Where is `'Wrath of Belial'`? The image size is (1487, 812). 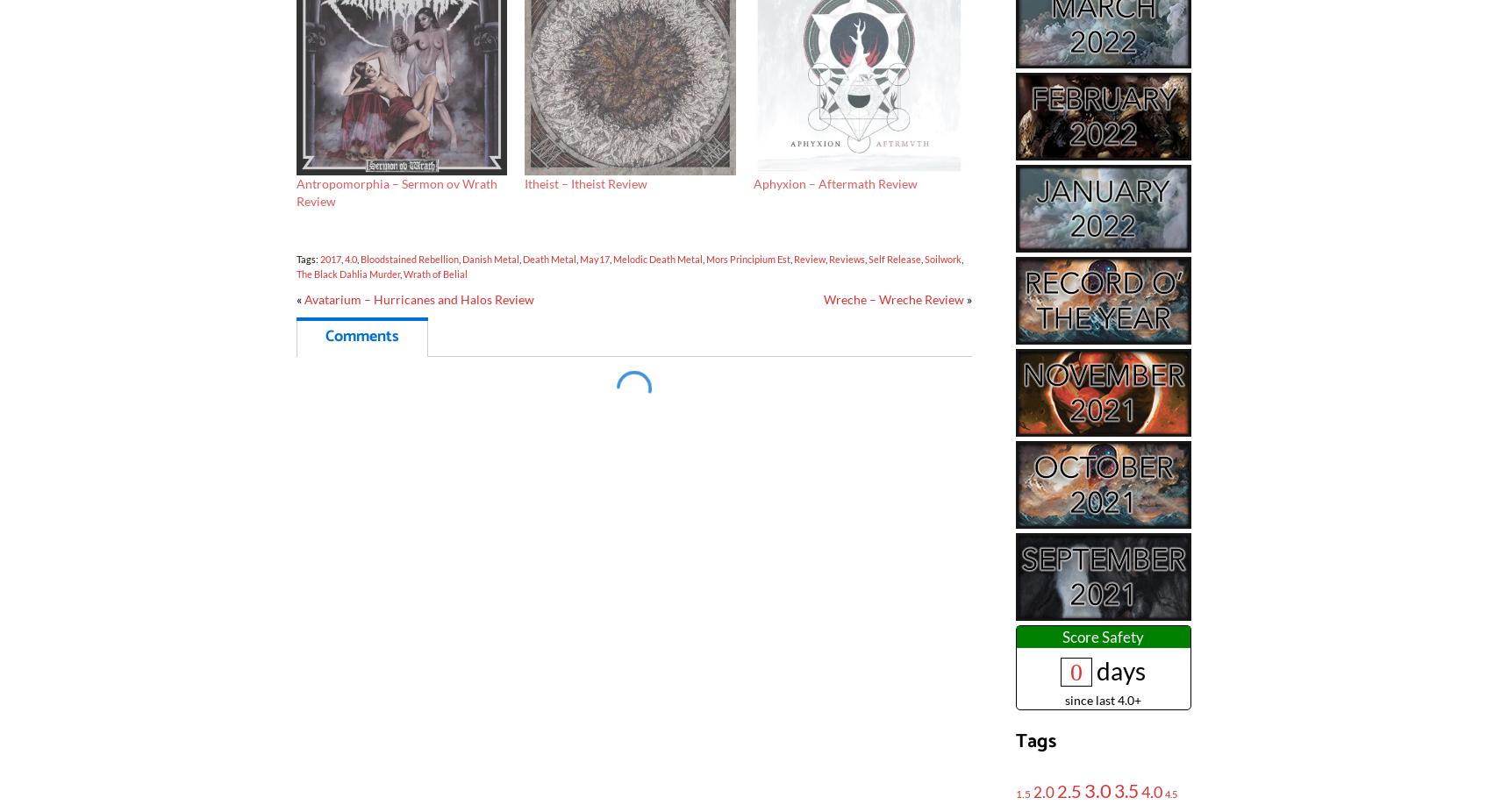
'Wrath of Belial' is located at coordinates (433, 273).